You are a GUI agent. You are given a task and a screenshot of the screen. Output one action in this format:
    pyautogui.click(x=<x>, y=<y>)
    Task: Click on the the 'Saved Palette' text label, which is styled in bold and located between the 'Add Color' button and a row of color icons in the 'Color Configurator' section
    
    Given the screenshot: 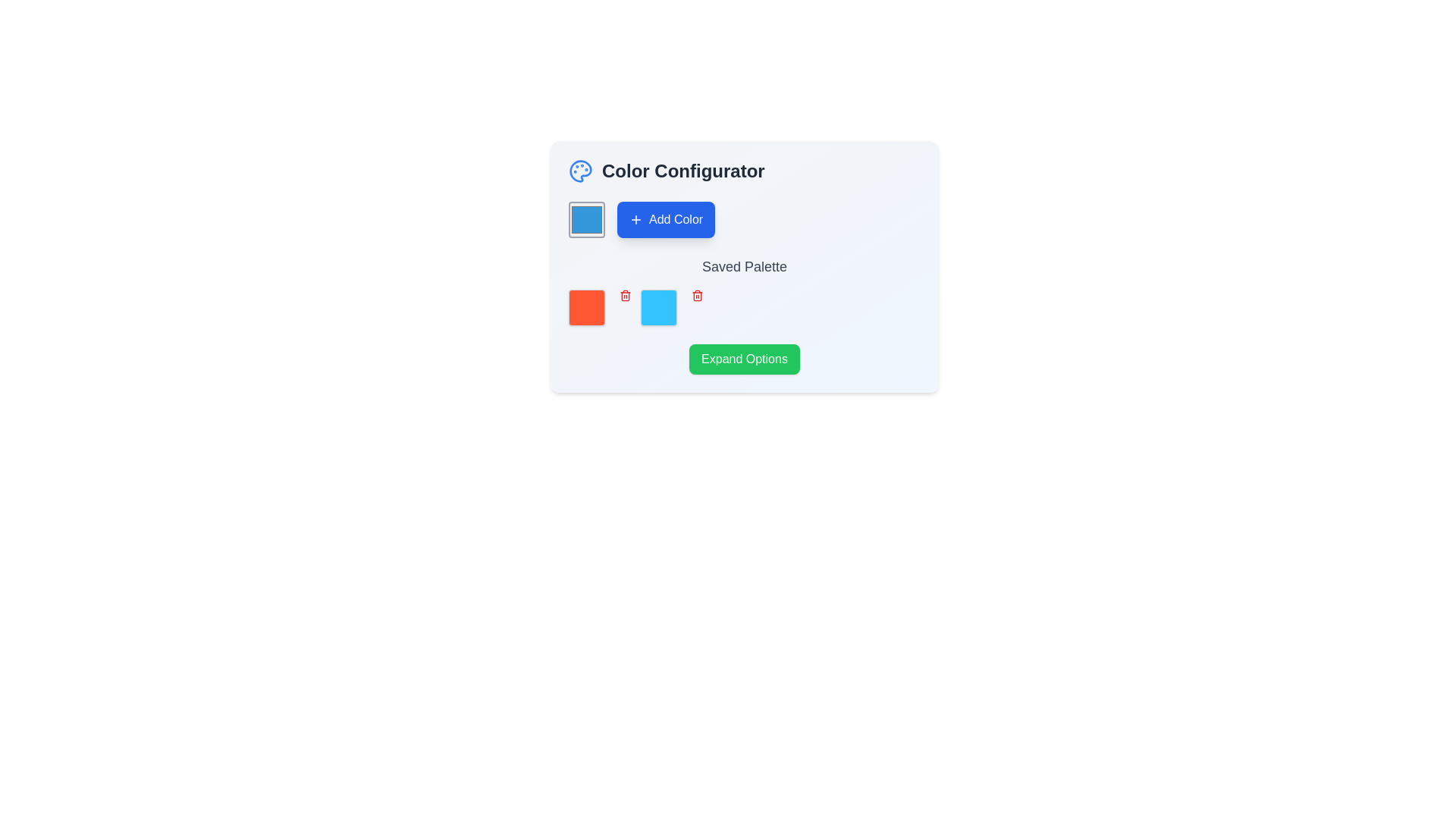 What is the action you would take?
    pyautogui.click(x=745, y=265)
    